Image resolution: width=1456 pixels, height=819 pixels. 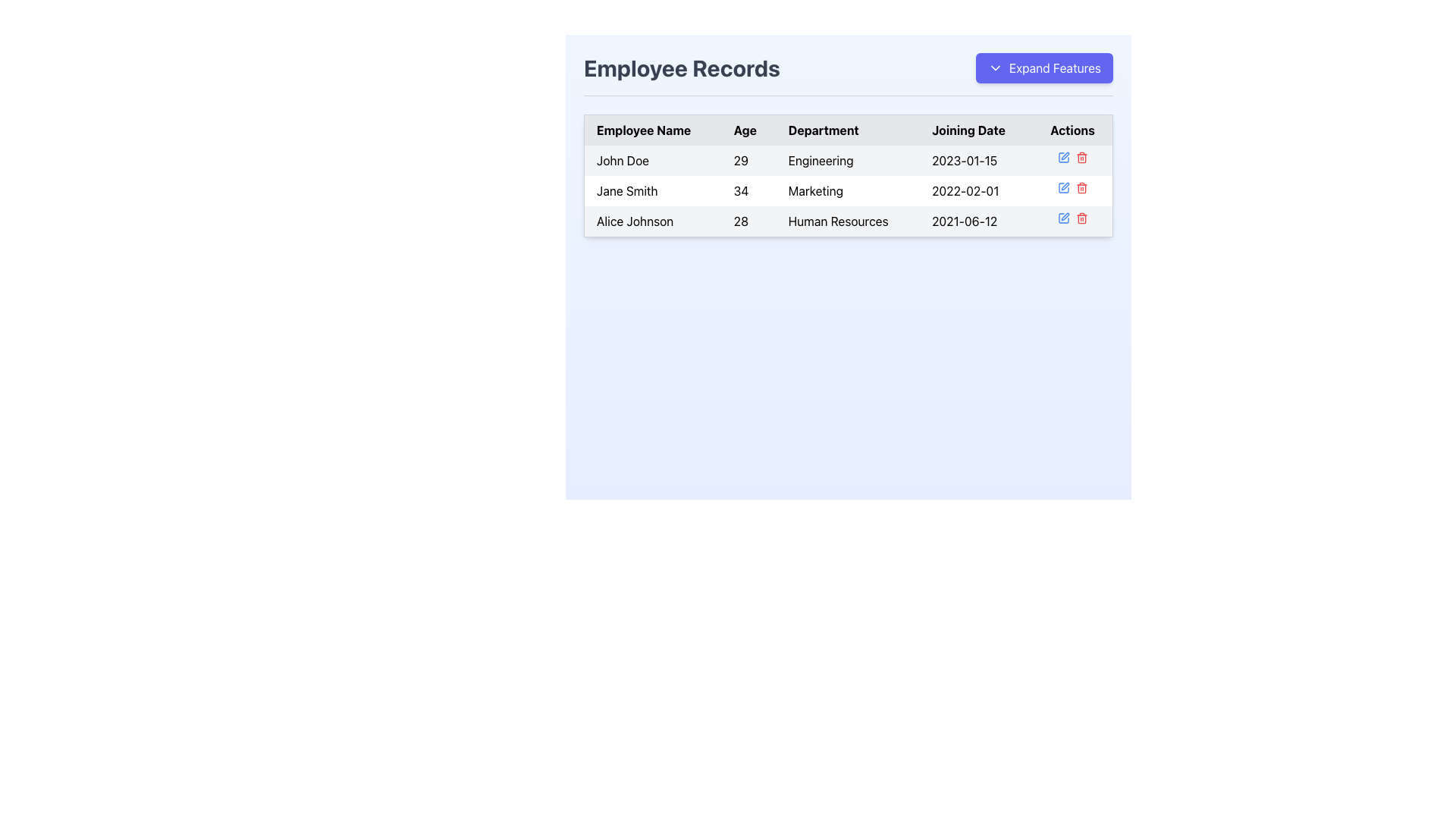 What do you see at coordinates (847, 190) in the screenshot?
I see `the second row of the employee records table, which contains the information 'Jane Smith', '34', 'Marketing', and '2022-02-01'` at bounding box center [847, 190].